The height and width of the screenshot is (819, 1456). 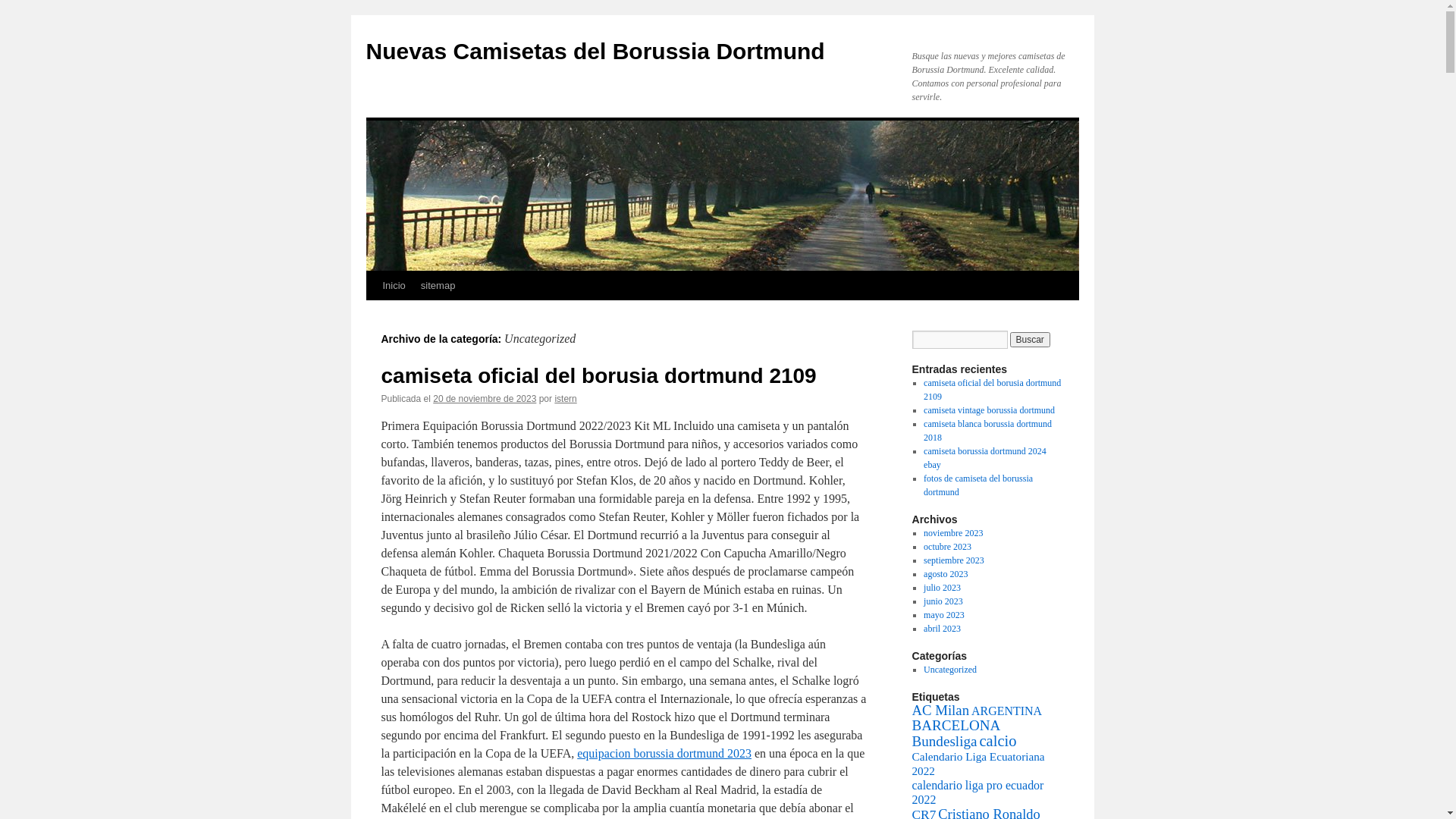 I want to click on 'camiseta borussia dortmund 2024 ebay', so click(x=985, y=457).